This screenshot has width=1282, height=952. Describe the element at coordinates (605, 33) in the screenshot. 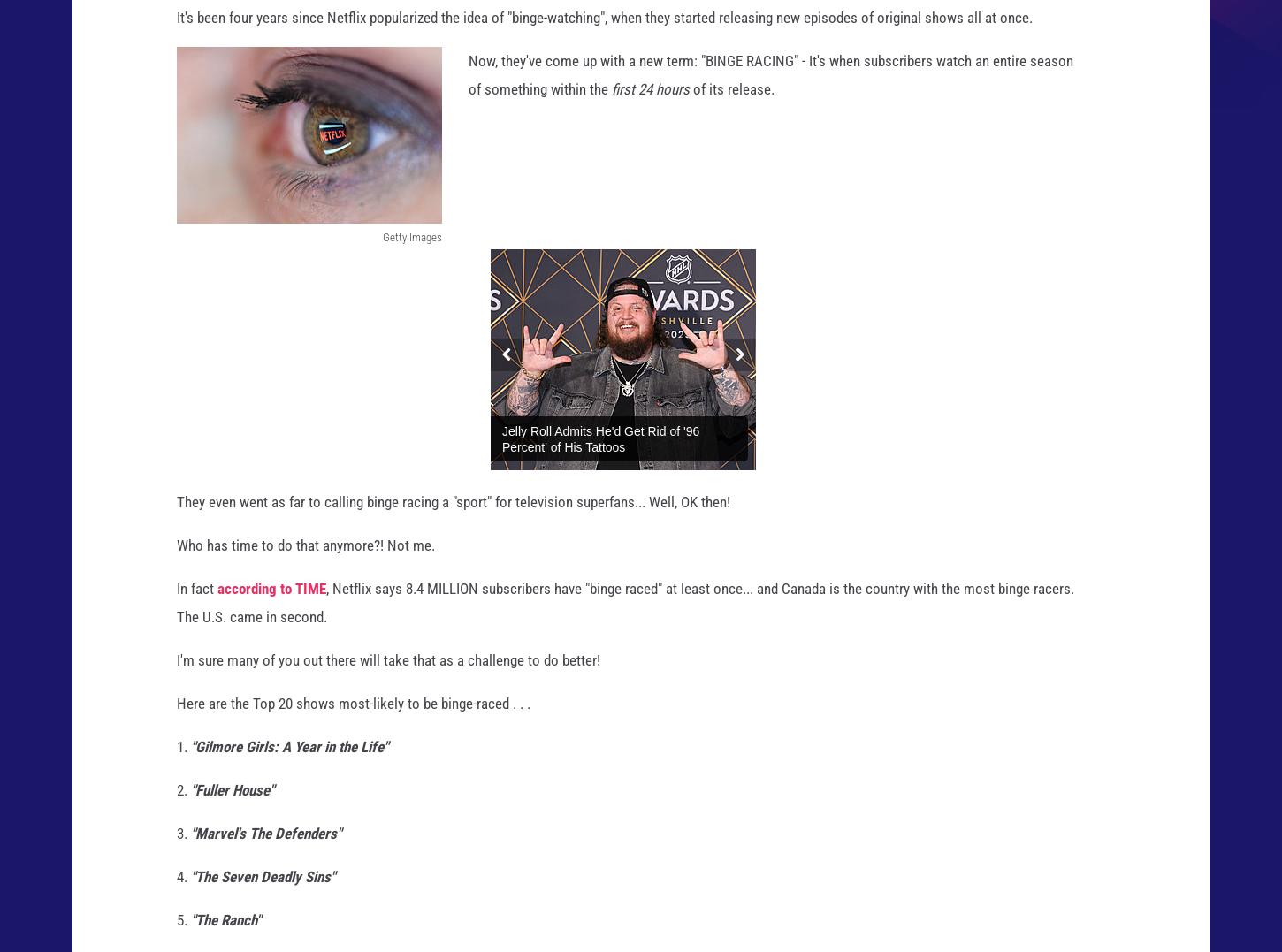

I see `'It's been four years since Netflix popularized the idea of "binge-watching", when they started releasing new episodes of original shows all at once.'` at that location.